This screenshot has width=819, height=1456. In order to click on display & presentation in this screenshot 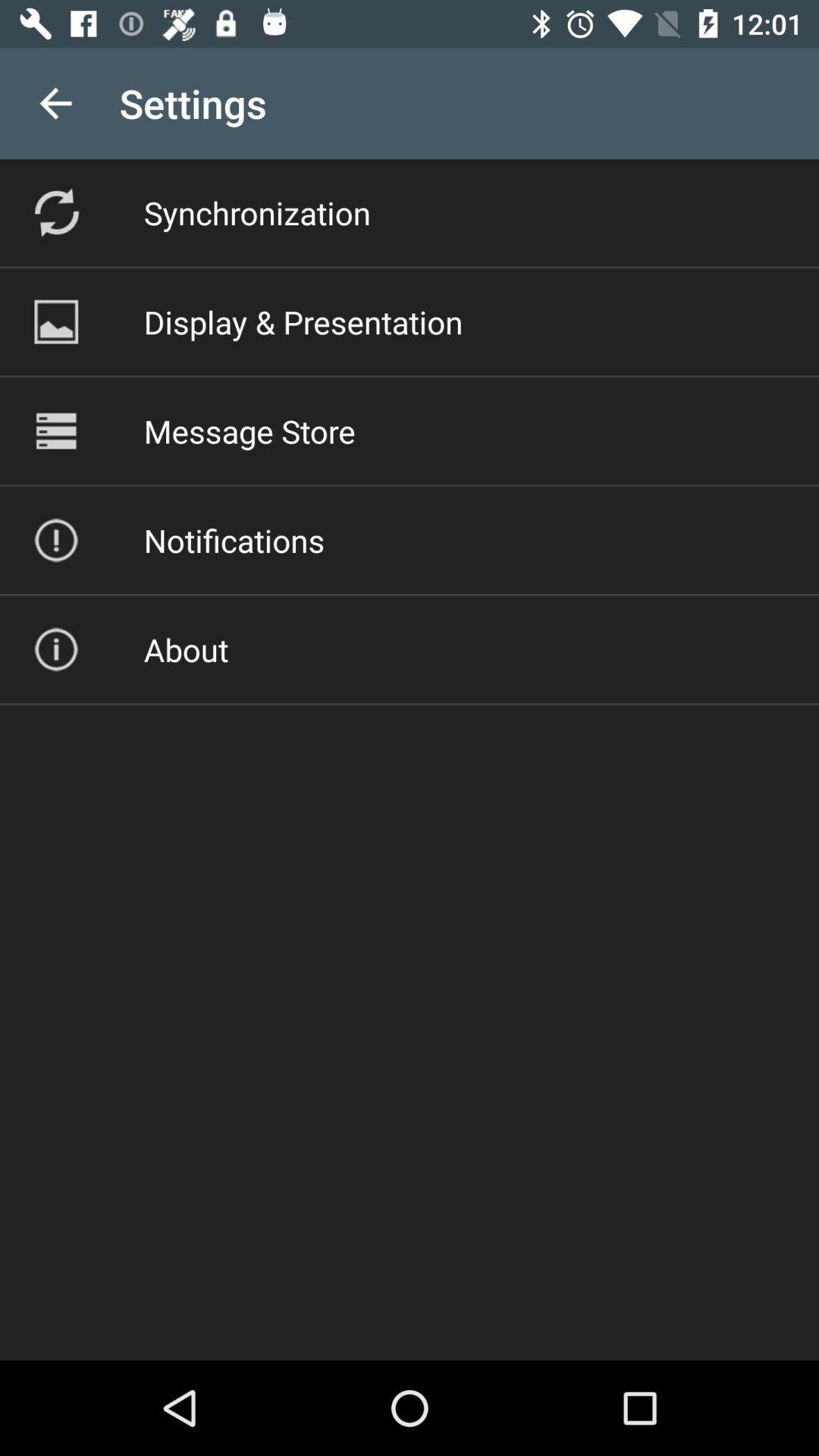, I will do `click(303, 321)`.